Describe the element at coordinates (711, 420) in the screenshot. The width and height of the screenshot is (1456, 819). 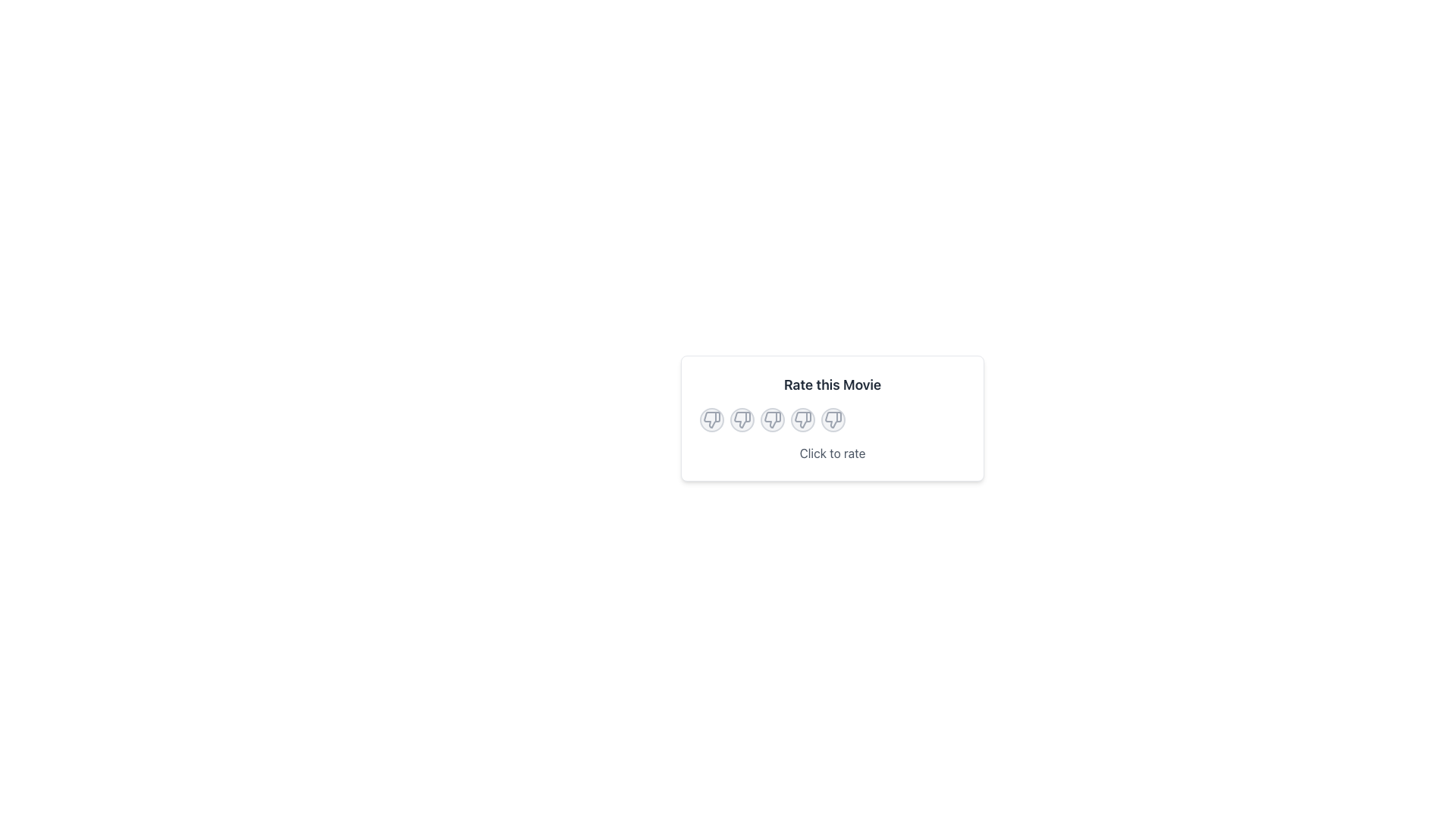
I see `the dissatisfaction button with icon located below 'Rate this Movie'` at that location.